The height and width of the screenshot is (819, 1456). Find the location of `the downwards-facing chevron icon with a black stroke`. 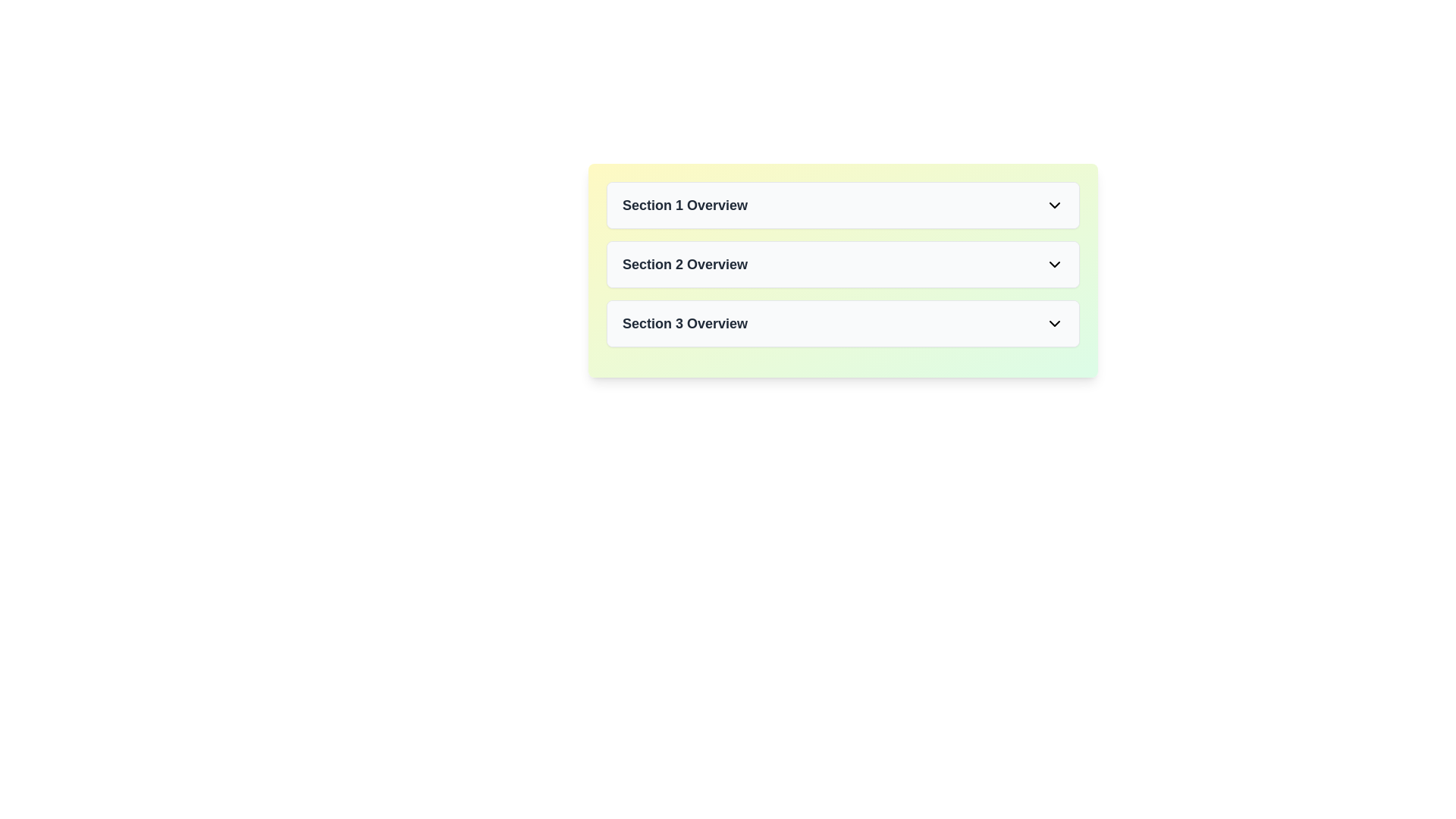

the downwards-facing chevron icon with a black stroke is located at coordinates (1054, 205).